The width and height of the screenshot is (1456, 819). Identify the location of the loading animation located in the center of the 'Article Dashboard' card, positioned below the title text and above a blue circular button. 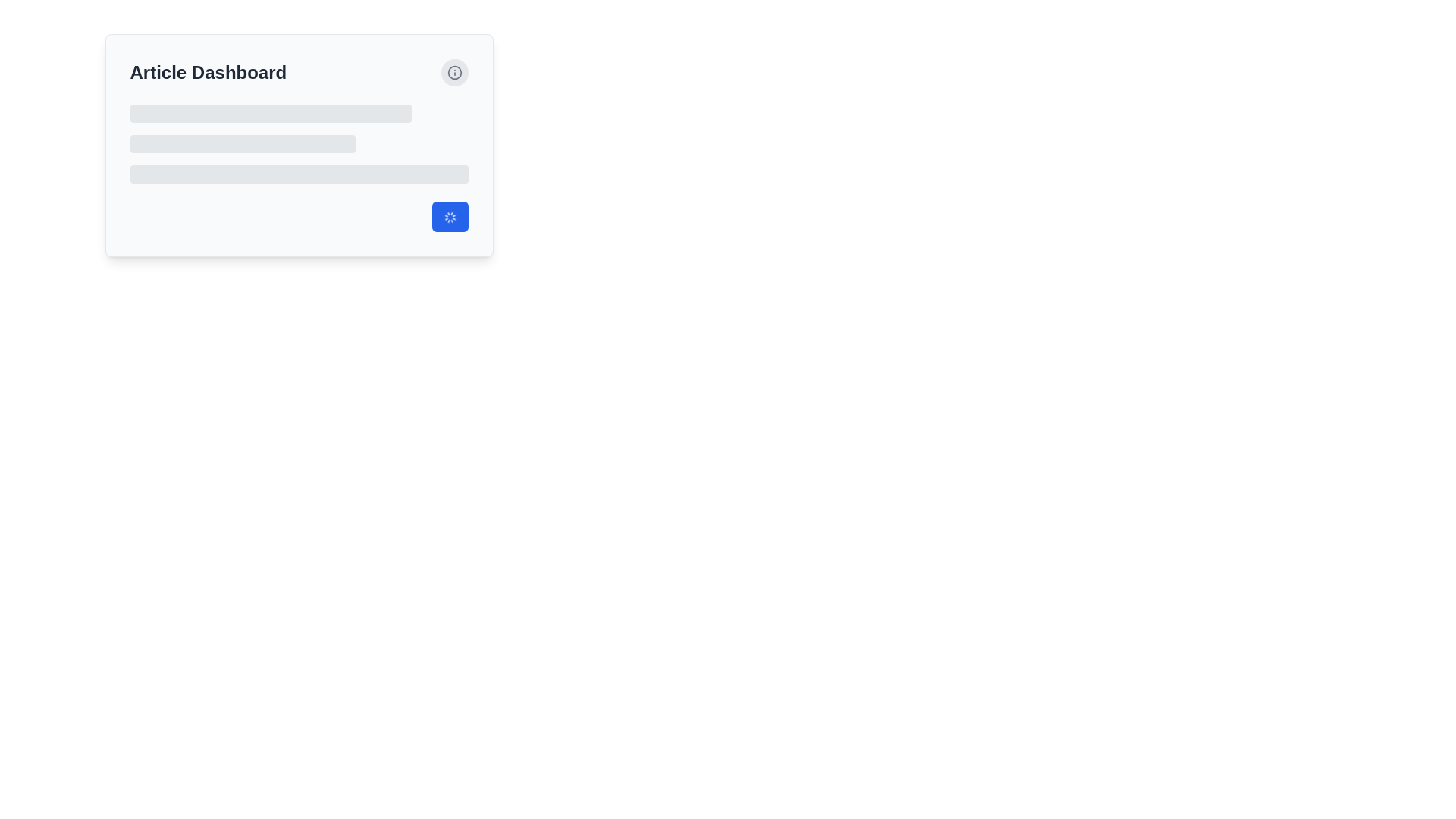
(299, 143).